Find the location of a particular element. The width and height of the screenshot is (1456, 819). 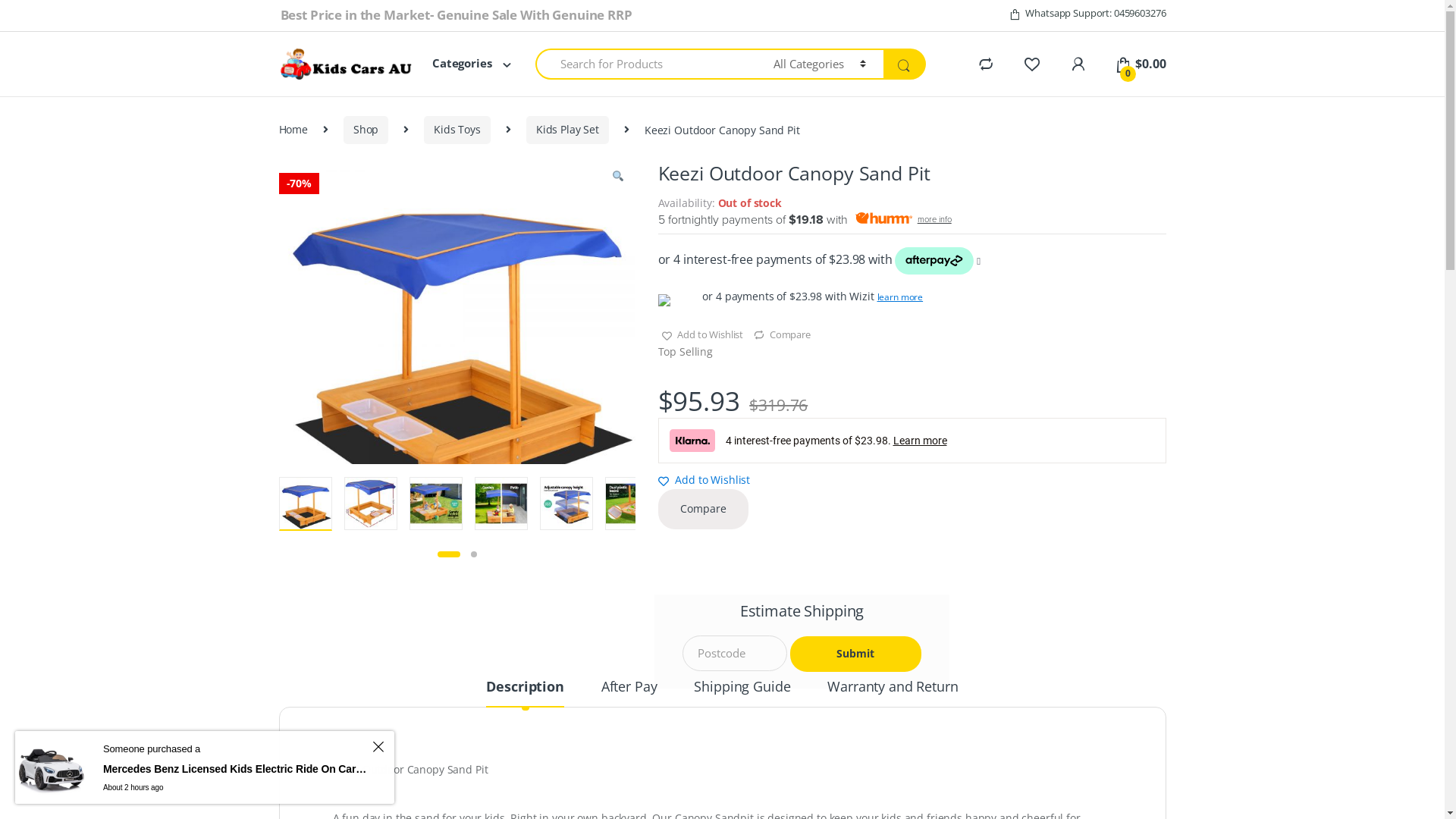

'Compare' is located at coordinates (702, 509).